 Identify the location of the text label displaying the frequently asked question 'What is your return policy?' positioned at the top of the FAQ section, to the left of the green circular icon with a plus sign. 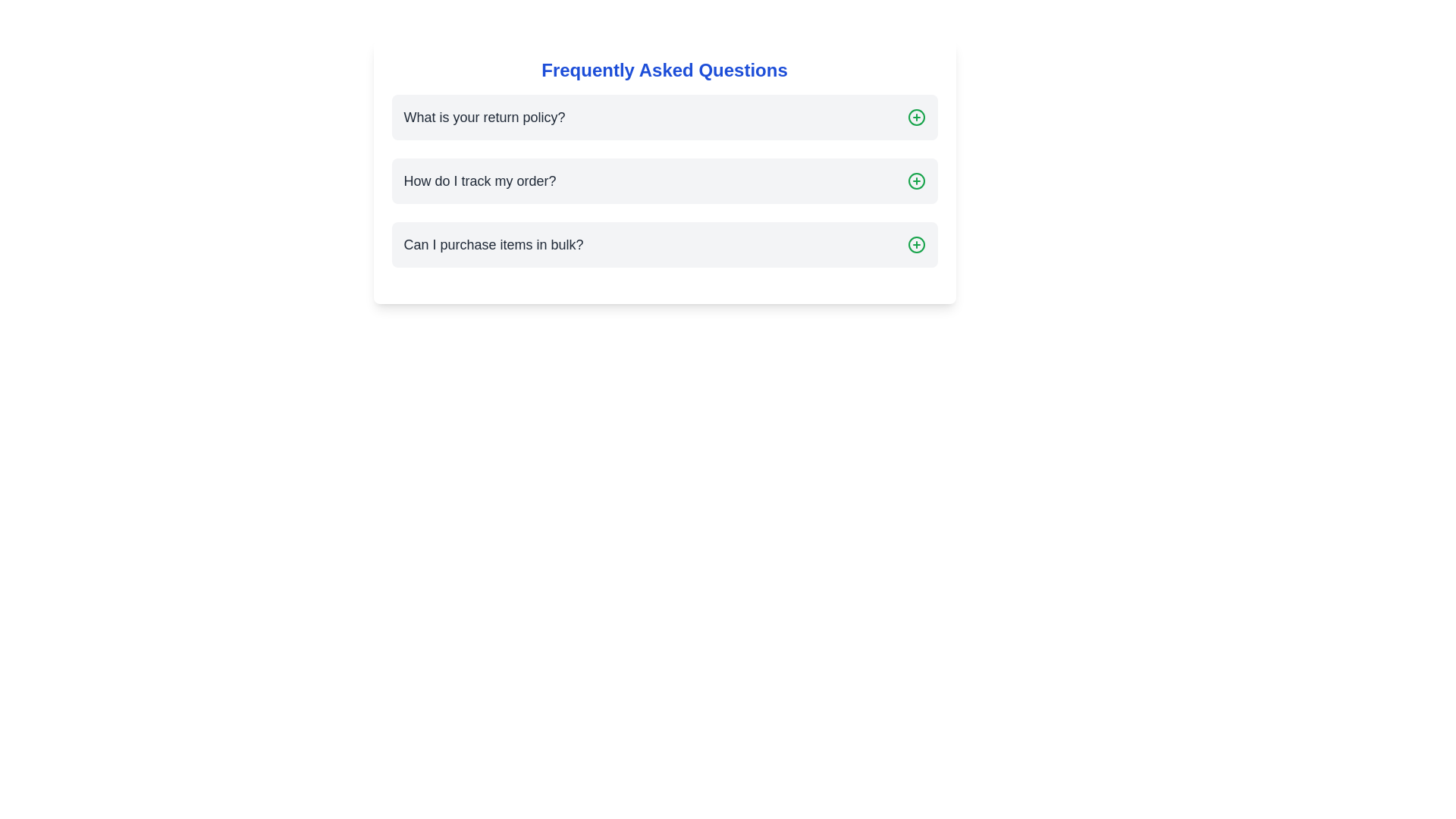
(483, 116).